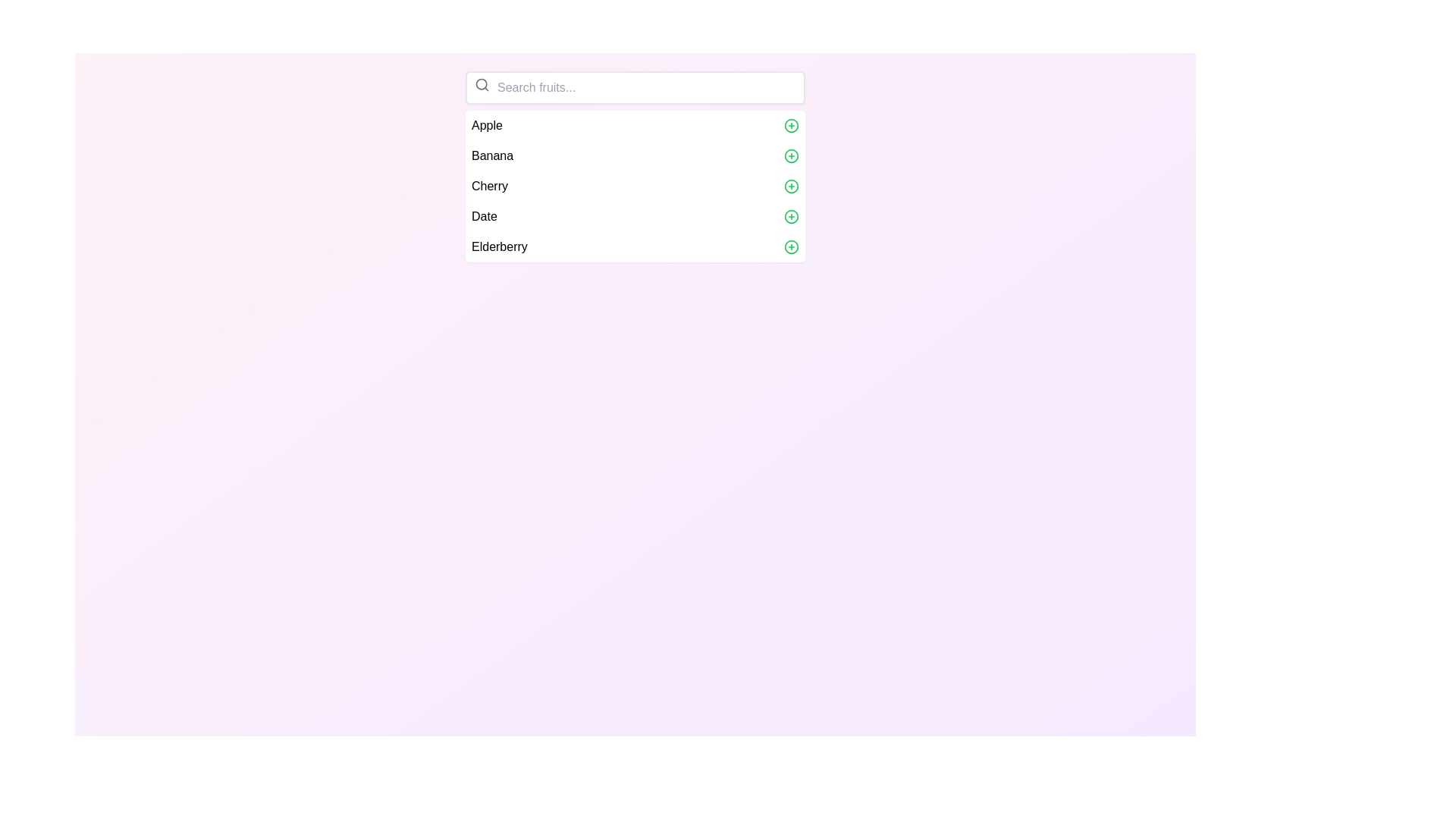 This screenshot has width=1456, height=819. What do you see at coordinates (635, 166) in the screenshot?
I see `the list item labeled 'Banana'` at bounding box center [635, 166].